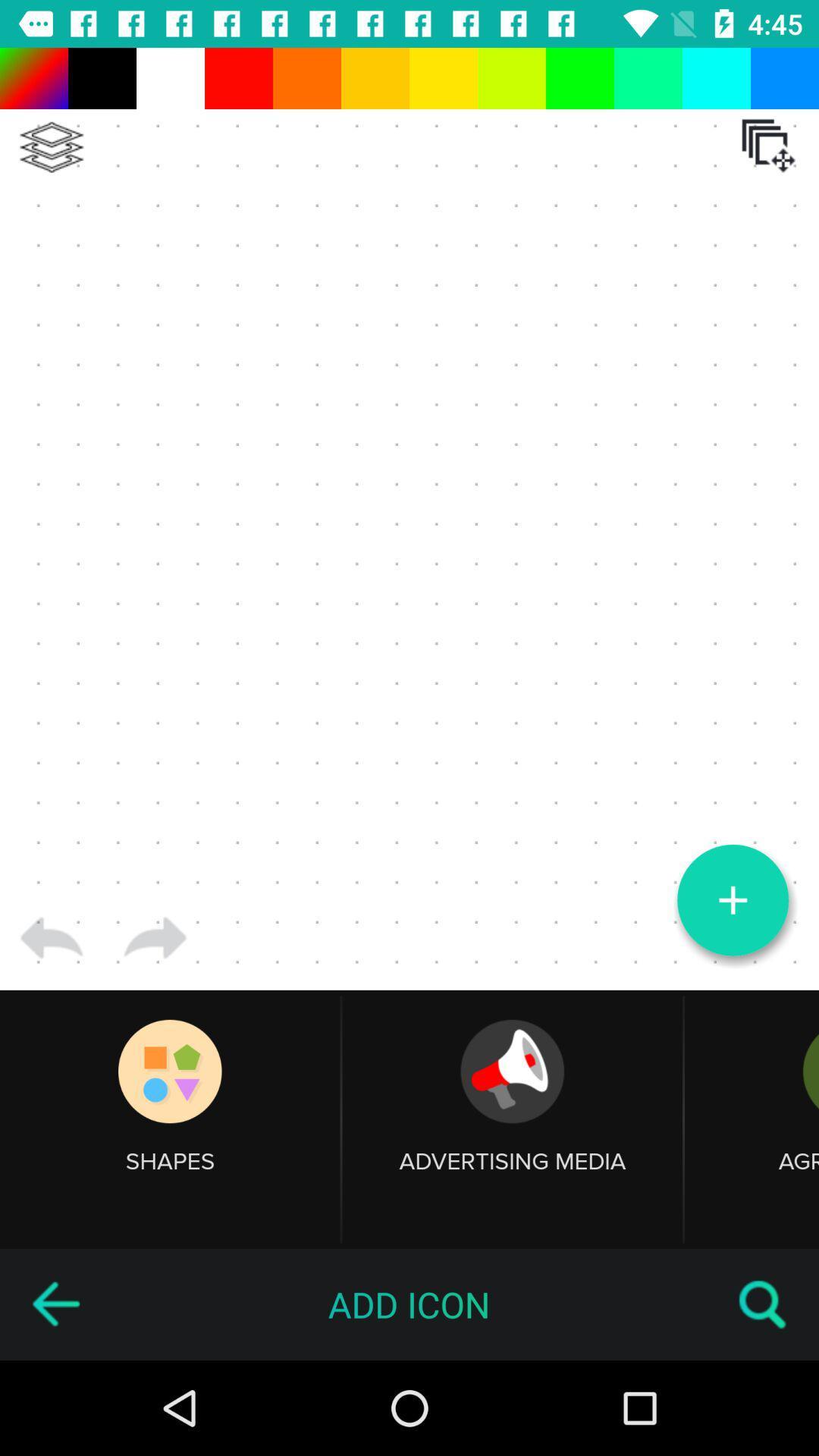  Describe the element at coordinates (768, 146) in the screenshot. I see `the item at the top right corner` at that location.